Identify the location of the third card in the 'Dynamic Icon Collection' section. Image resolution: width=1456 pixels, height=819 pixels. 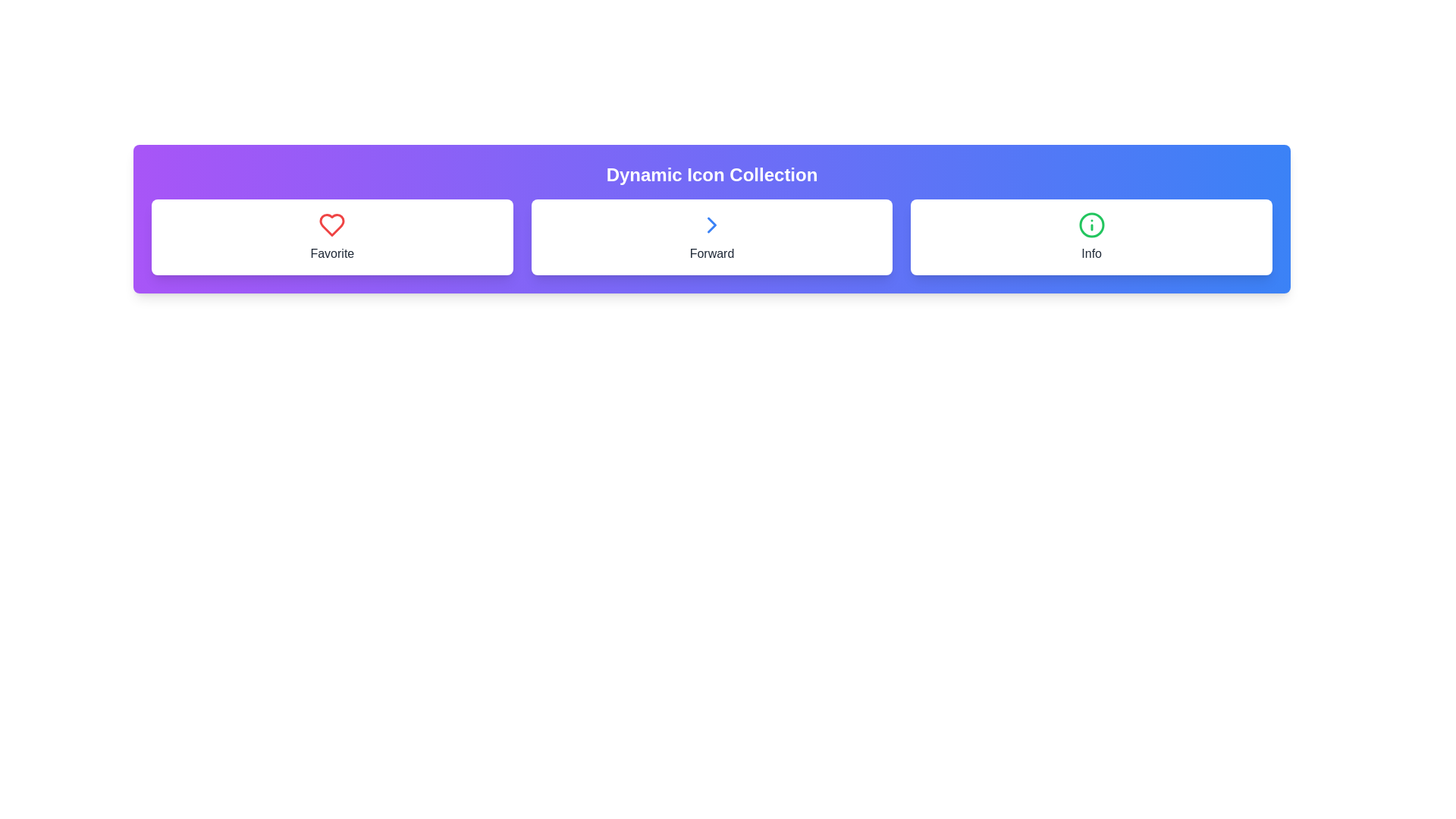
(1090, 237).